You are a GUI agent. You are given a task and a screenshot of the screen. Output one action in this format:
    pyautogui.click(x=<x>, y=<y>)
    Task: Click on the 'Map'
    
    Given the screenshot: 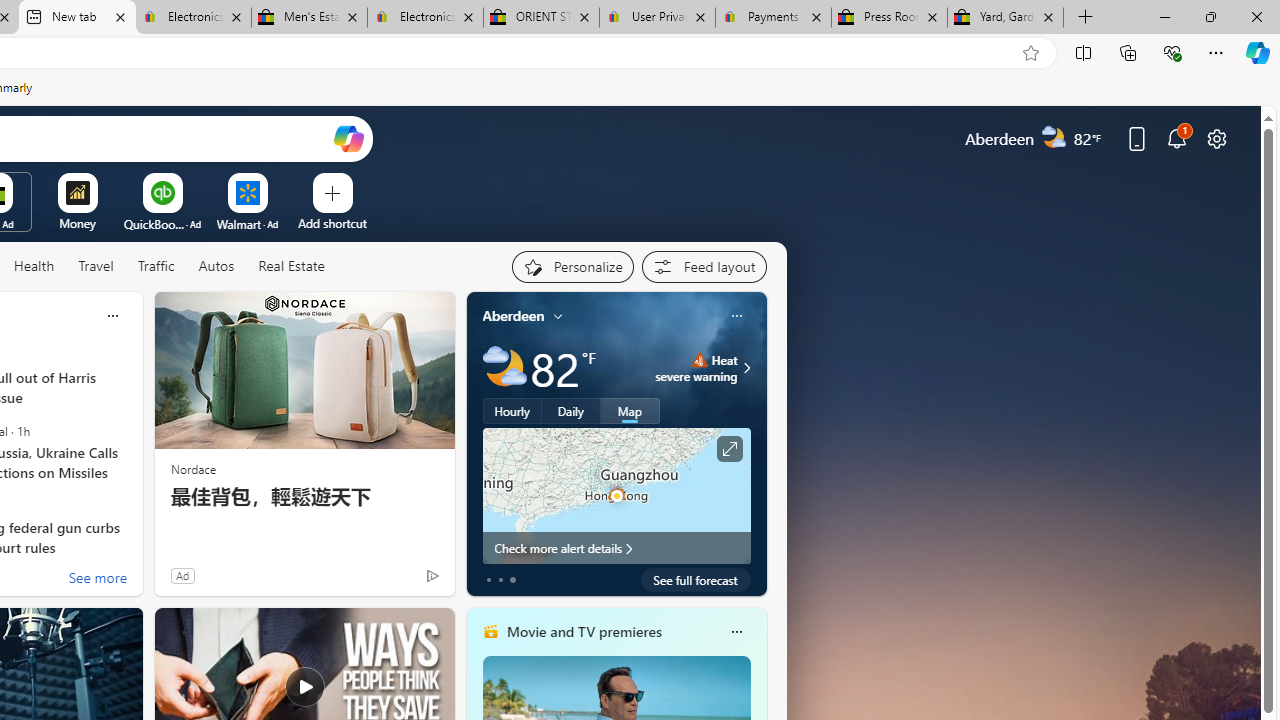 What is the action you would take?
    pyautogui.click(x=629, y=410)
    